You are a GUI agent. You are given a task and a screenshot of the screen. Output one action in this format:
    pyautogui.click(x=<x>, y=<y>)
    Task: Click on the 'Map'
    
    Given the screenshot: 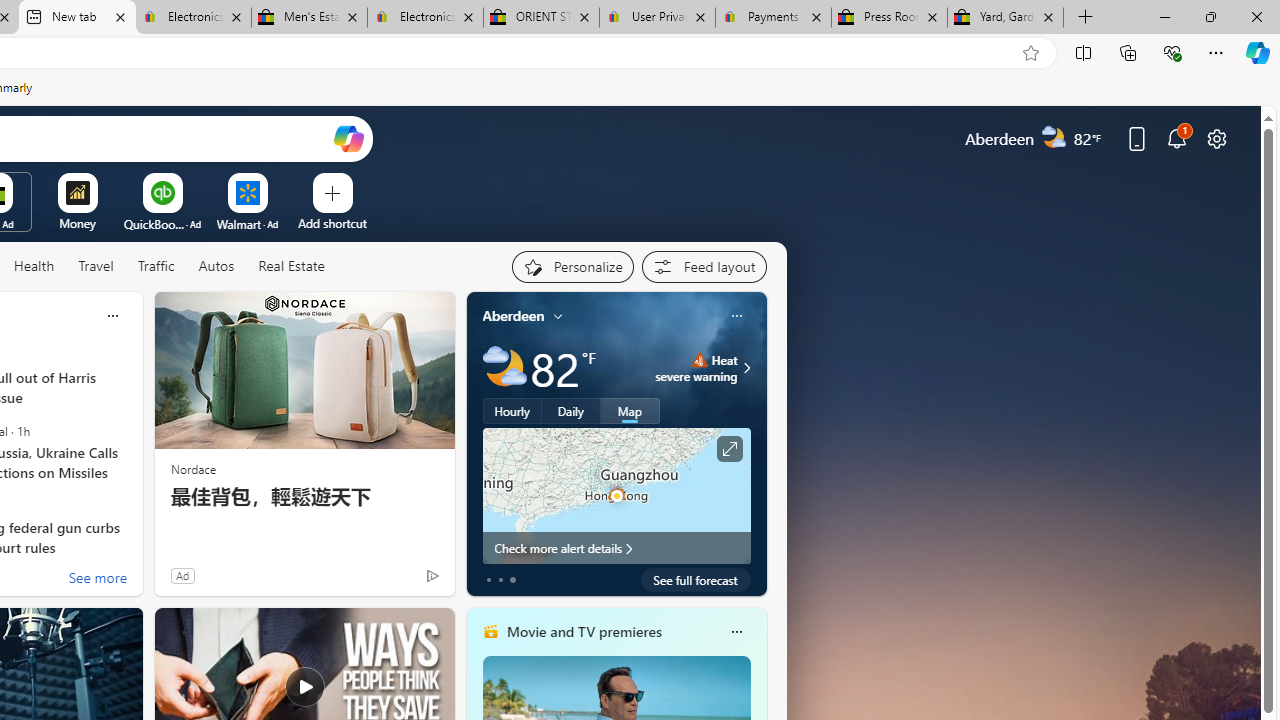 What is the action you would take?
    pyautogui.click(x=629, y=410)
    